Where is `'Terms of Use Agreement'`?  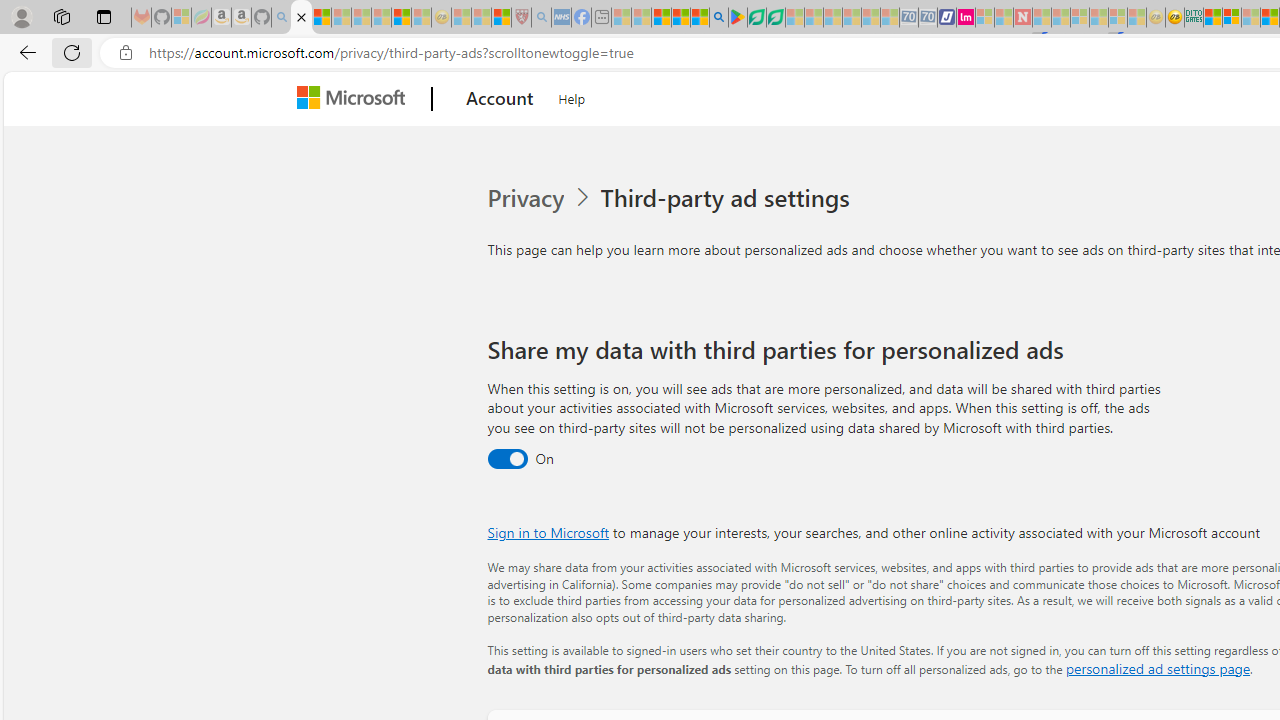 'Terms of Use Agreement' is located at coordinates (755, 17).